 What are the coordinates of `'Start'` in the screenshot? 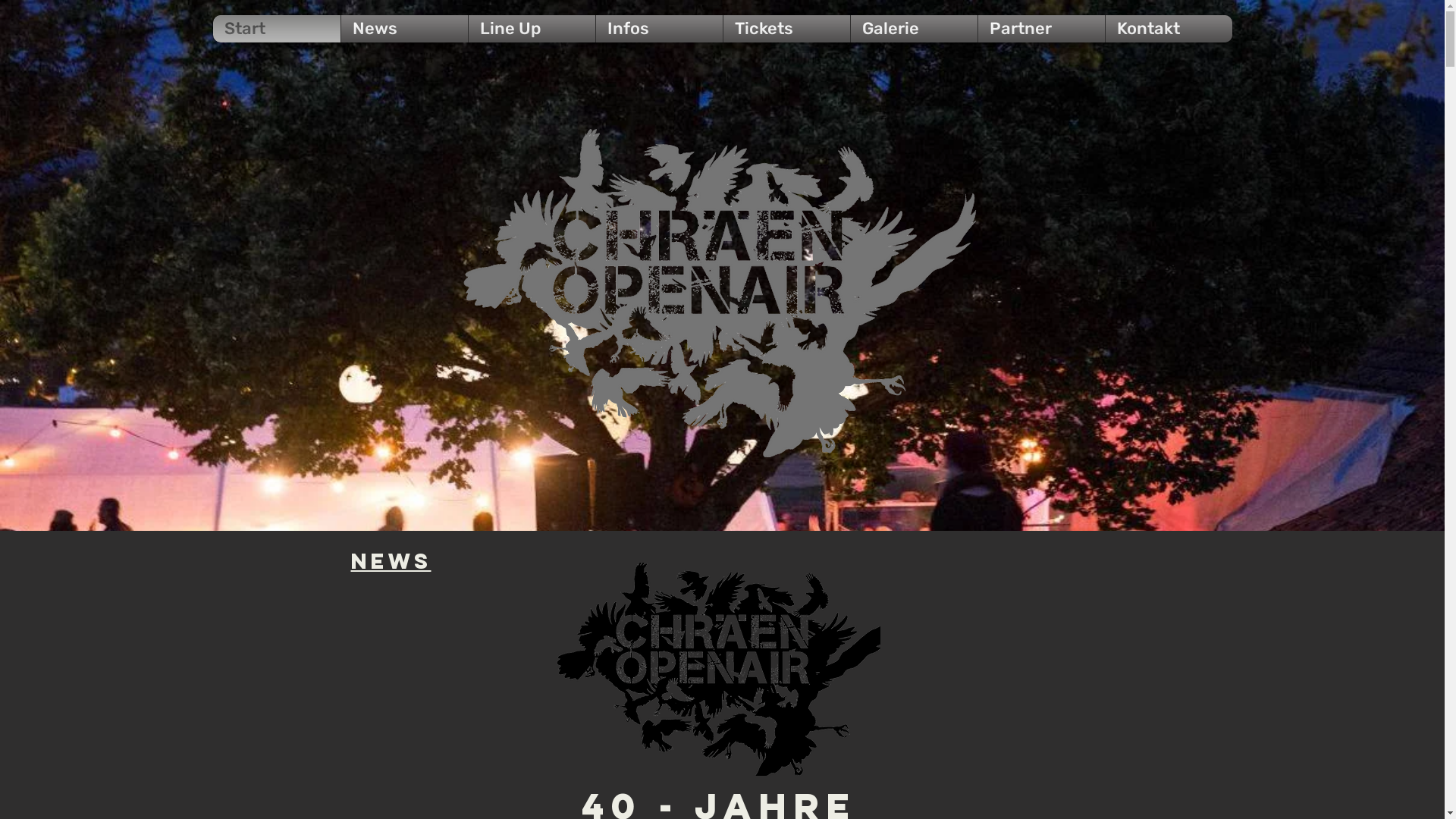 It's located at (276, 29).